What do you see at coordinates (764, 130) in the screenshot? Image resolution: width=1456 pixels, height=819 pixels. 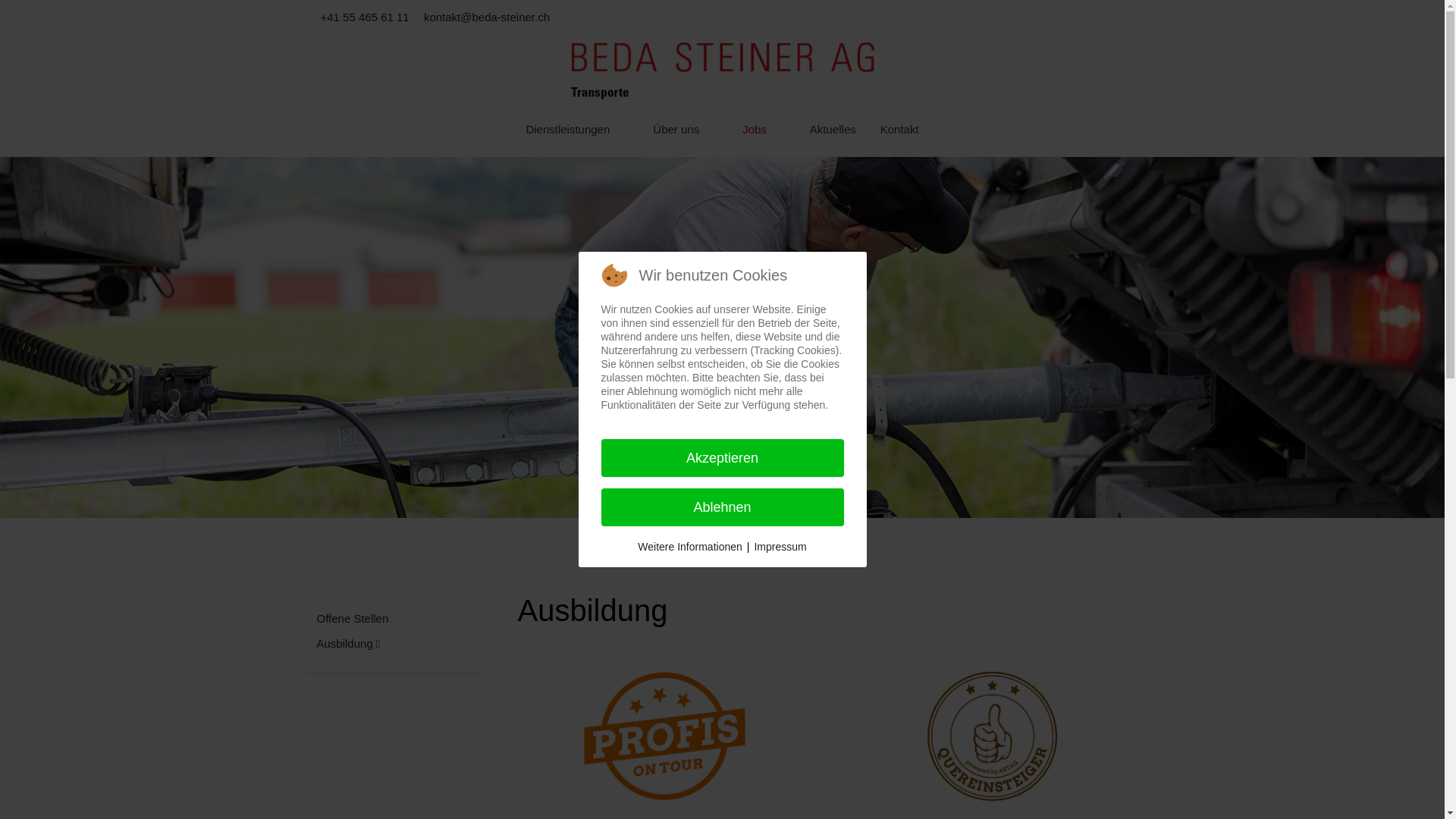 I see `'Jobs'` at bounding box center [764, 130].